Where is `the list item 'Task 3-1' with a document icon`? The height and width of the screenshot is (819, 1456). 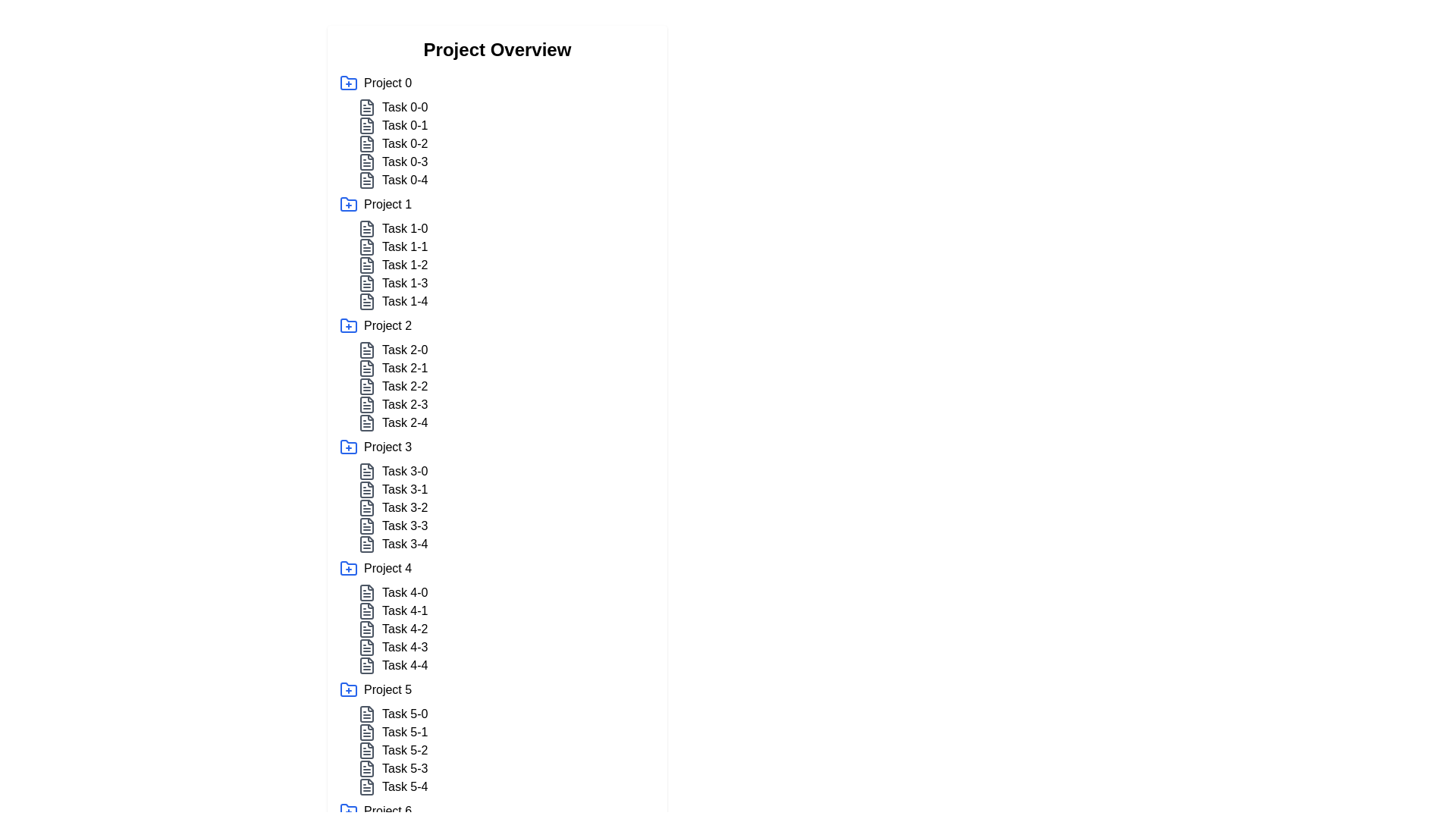 the list item 'Task 3-1' with a document icon is located at coordinates (506, 489).